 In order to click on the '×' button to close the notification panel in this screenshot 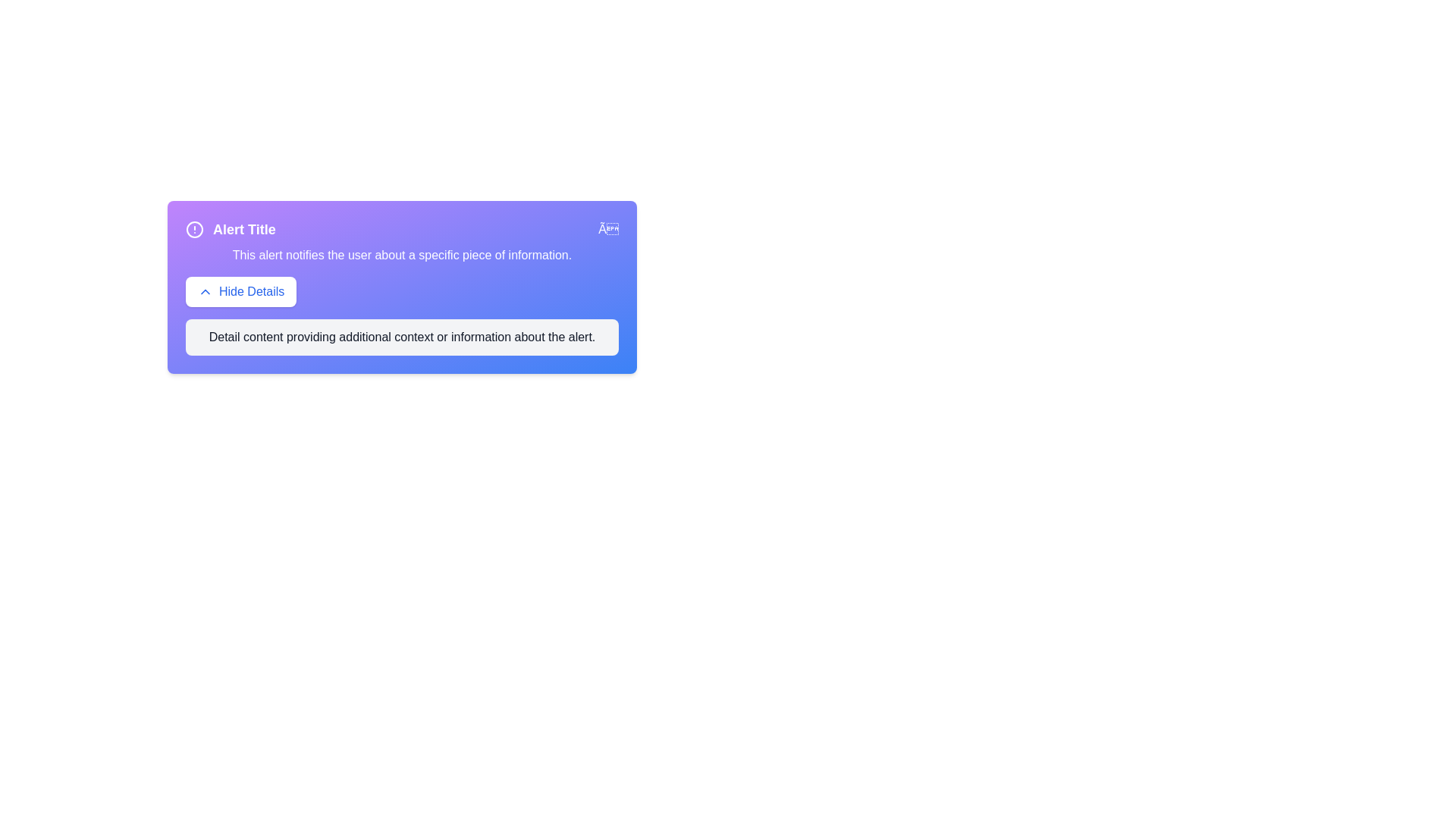, I will do `click(607, 230)`.